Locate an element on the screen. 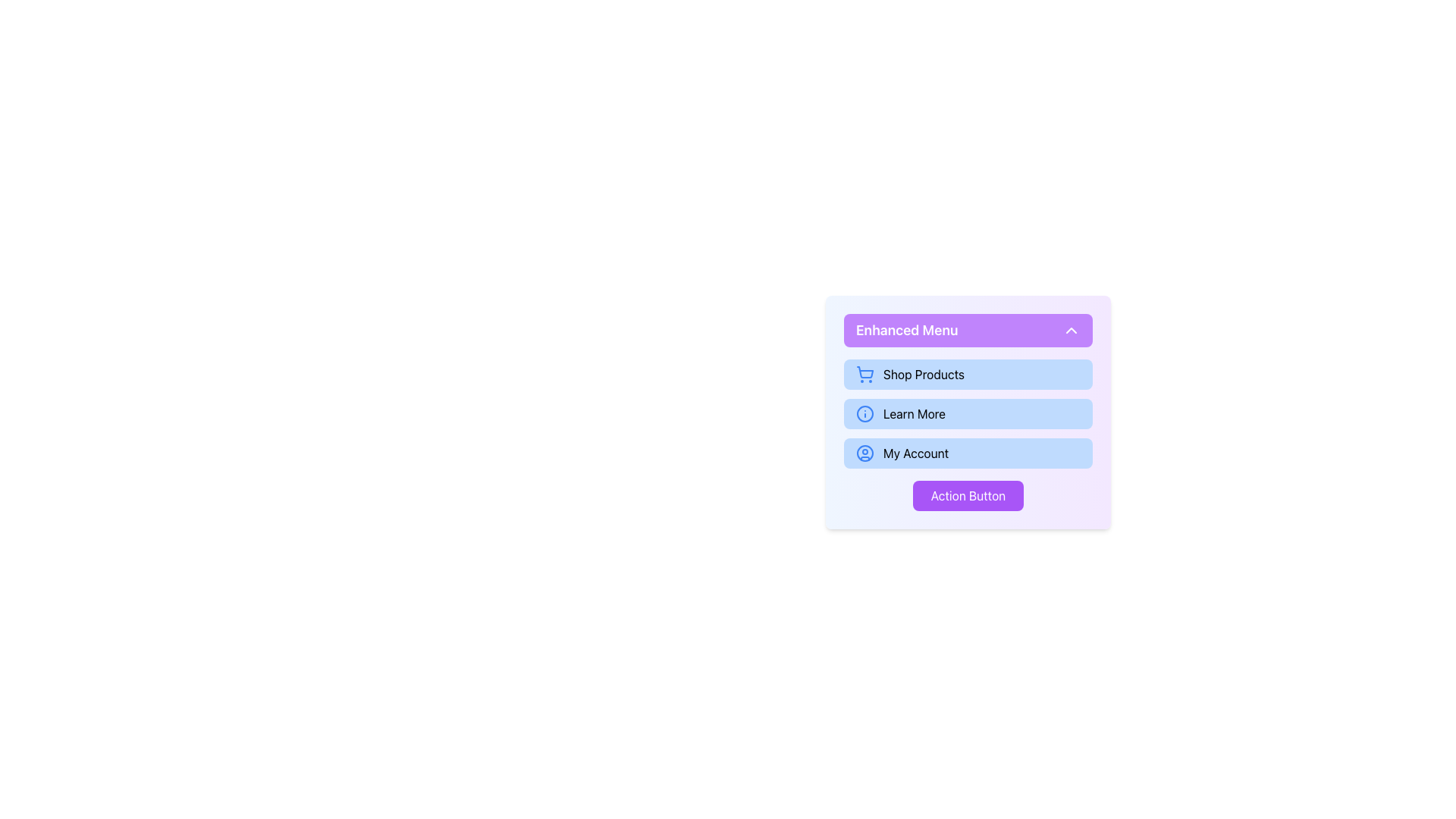 This screenshot has width=1456, height=819. the purple 'Action Button' with white text located at the bottom of the 'Enhanced Menu' is located at coordinates (967, 496).